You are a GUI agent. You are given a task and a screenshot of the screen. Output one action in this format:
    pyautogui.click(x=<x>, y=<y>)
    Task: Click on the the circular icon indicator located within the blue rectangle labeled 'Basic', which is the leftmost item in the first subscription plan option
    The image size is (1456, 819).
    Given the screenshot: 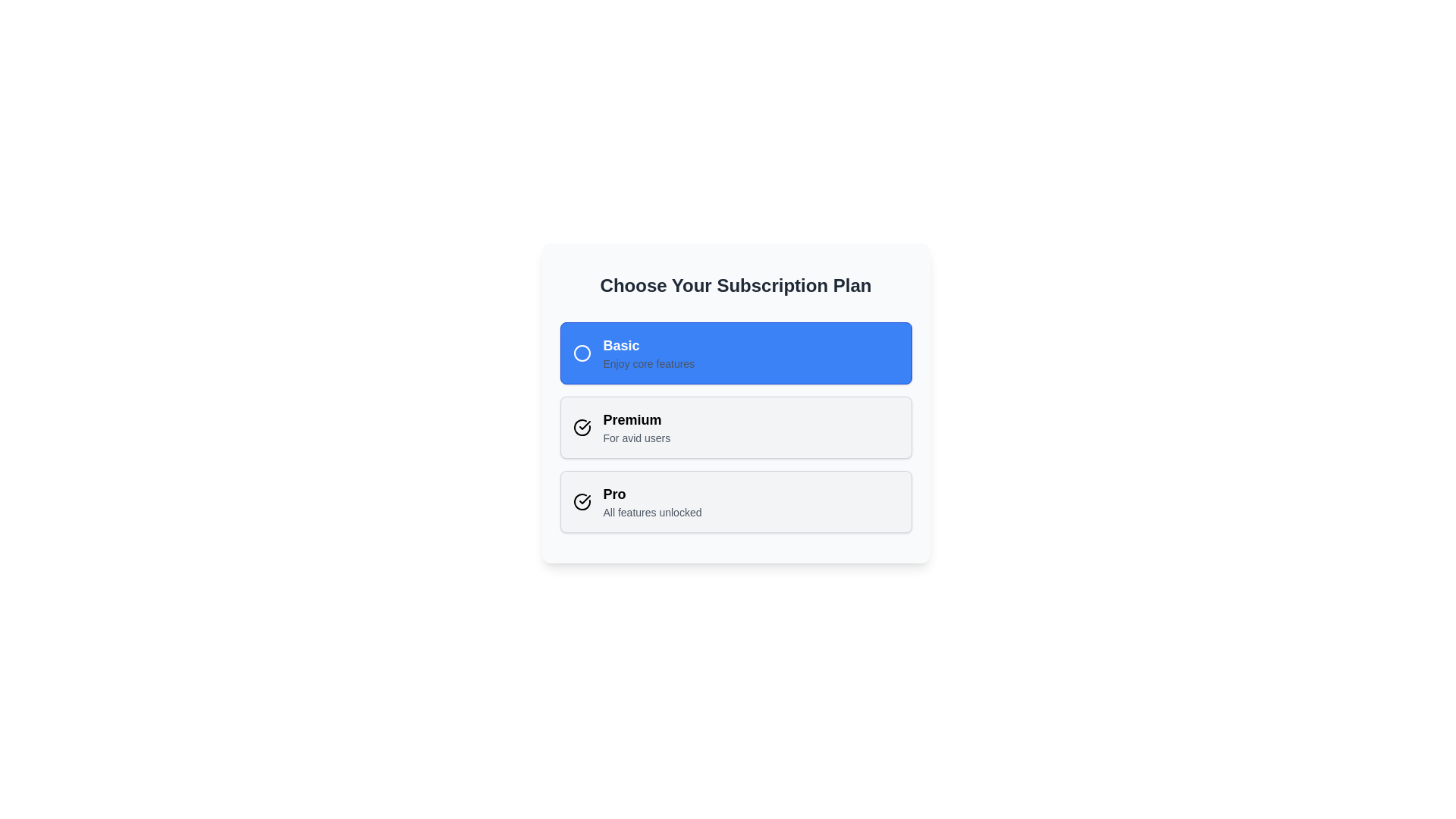 What is the action you would take?
    pyautogui.click(x=581, y=353)
    